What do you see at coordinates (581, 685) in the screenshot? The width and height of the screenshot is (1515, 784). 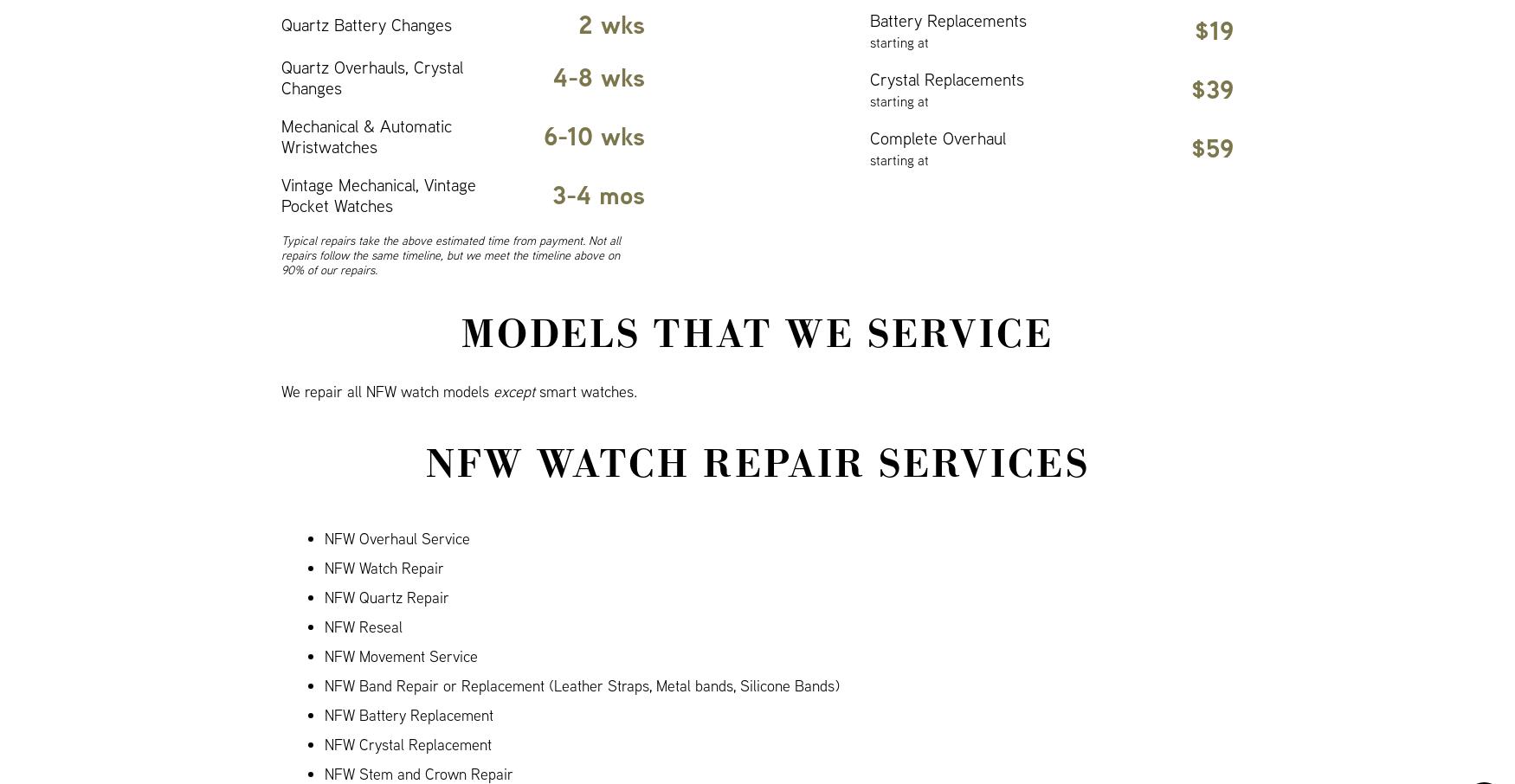 I see `'NFW Band Repair or Replacement (Leather Straps, Metal bands, Silicone Bands)'` at bounding box center [581, 685].